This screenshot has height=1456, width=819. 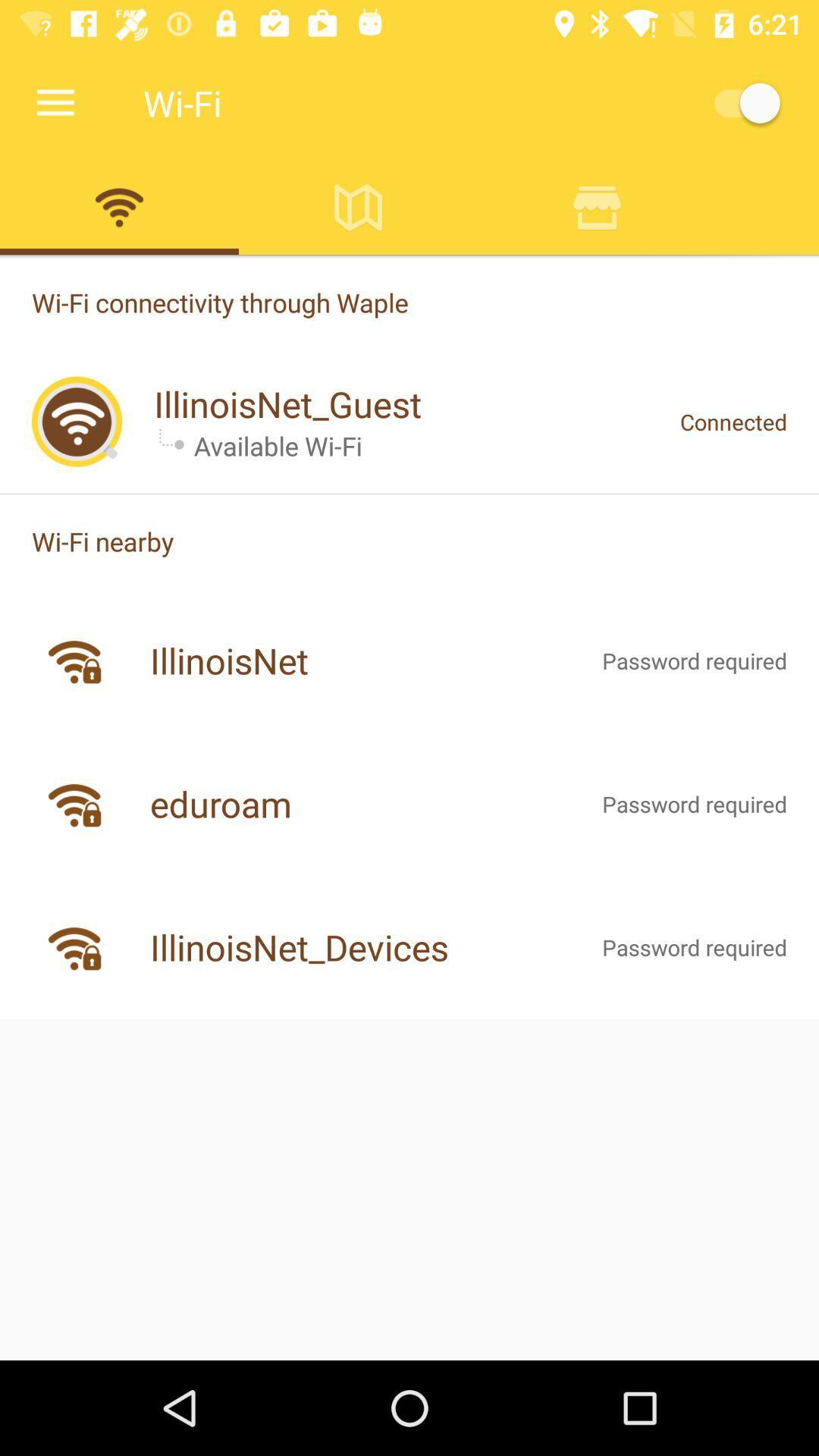 I want to click on store, so click(x=596, y=206).